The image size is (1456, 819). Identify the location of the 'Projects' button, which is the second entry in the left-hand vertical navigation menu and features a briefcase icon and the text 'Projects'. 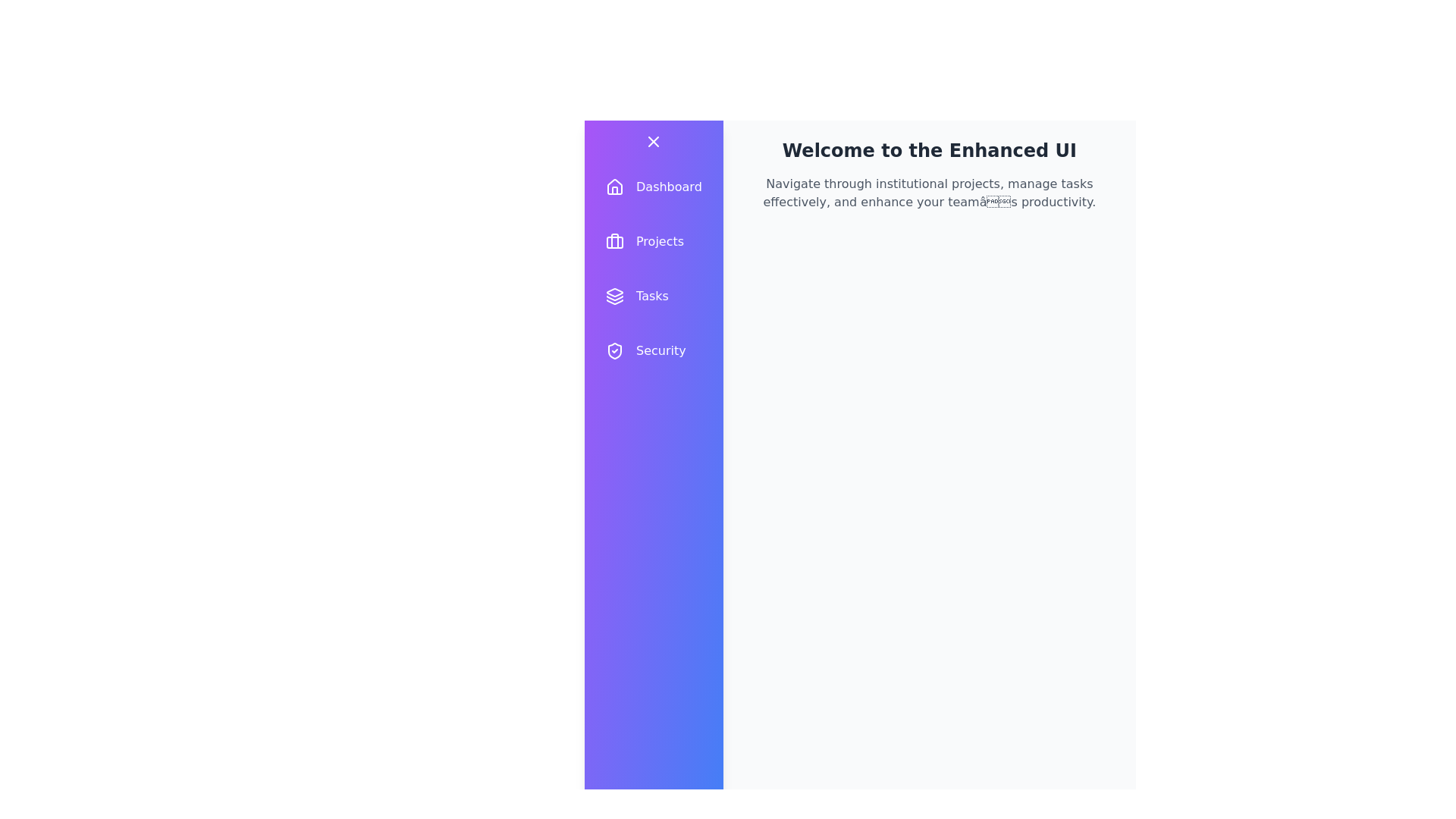
(654, 241).